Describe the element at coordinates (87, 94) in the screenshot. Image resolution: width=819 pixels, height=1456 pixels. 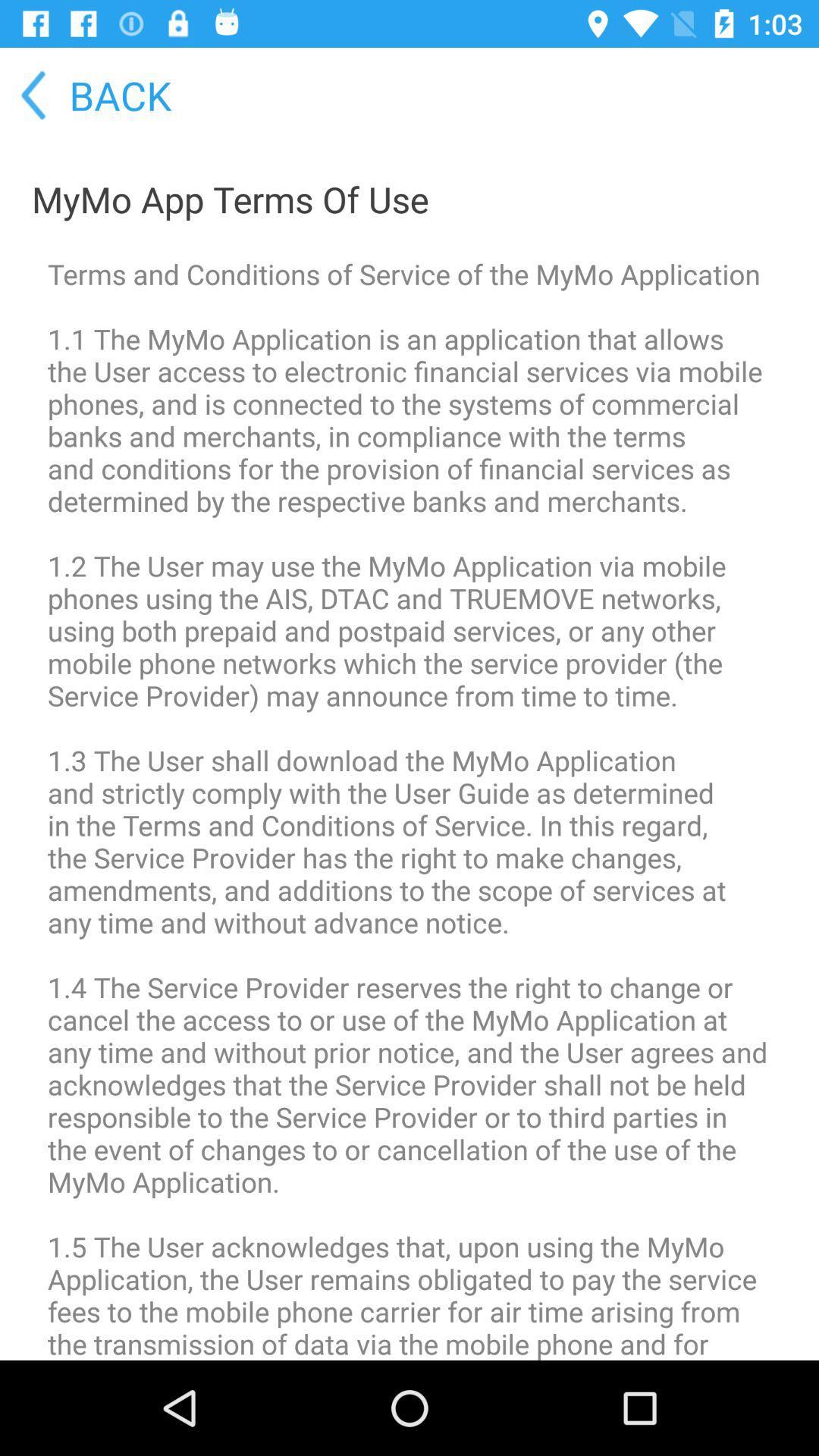
I see `the item above mymo app terms icon` at that location.